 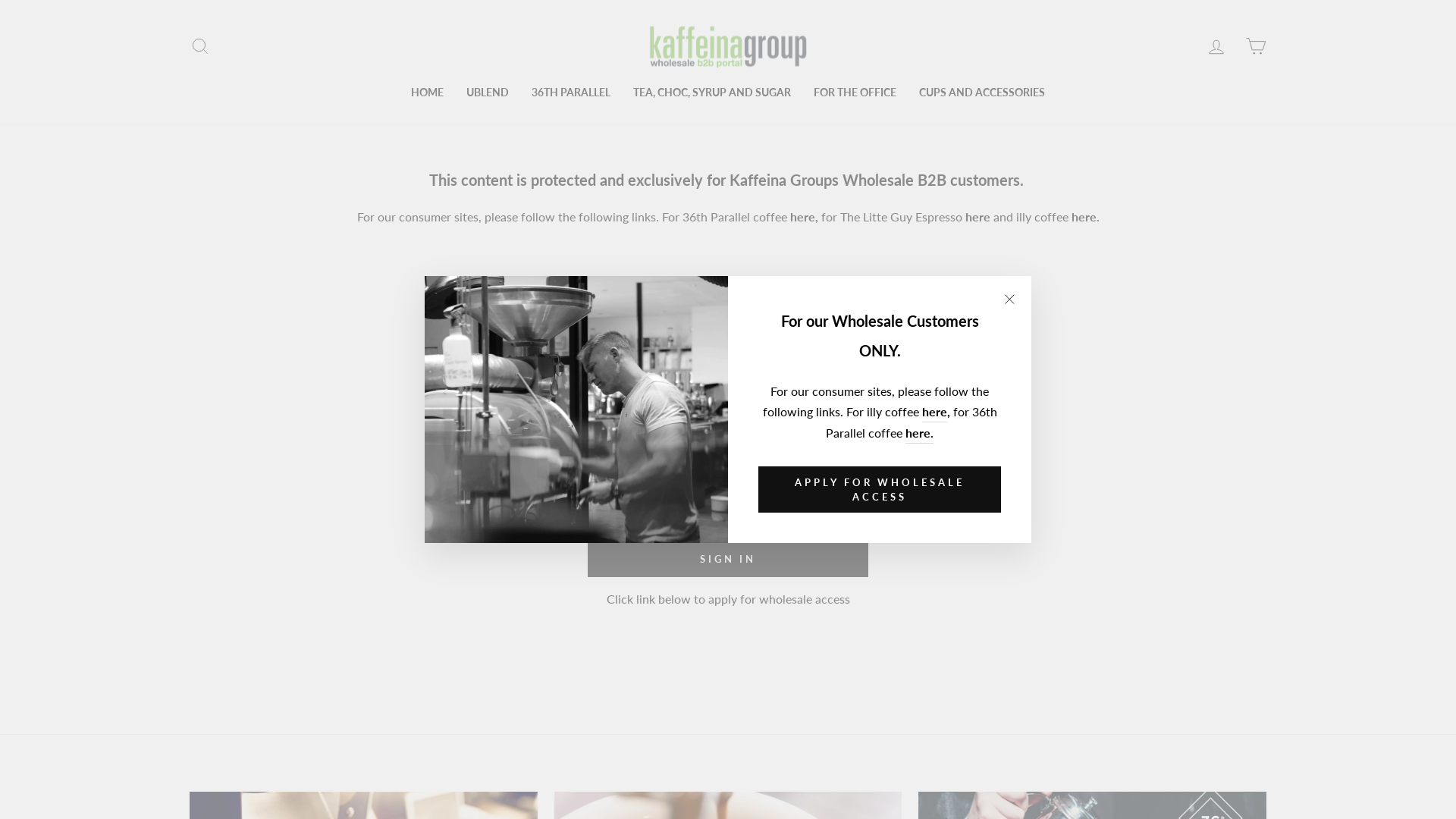 I want to click on 'TEA, CHOC, SYRUP AND SUGAR', so click(x=711, y=93).